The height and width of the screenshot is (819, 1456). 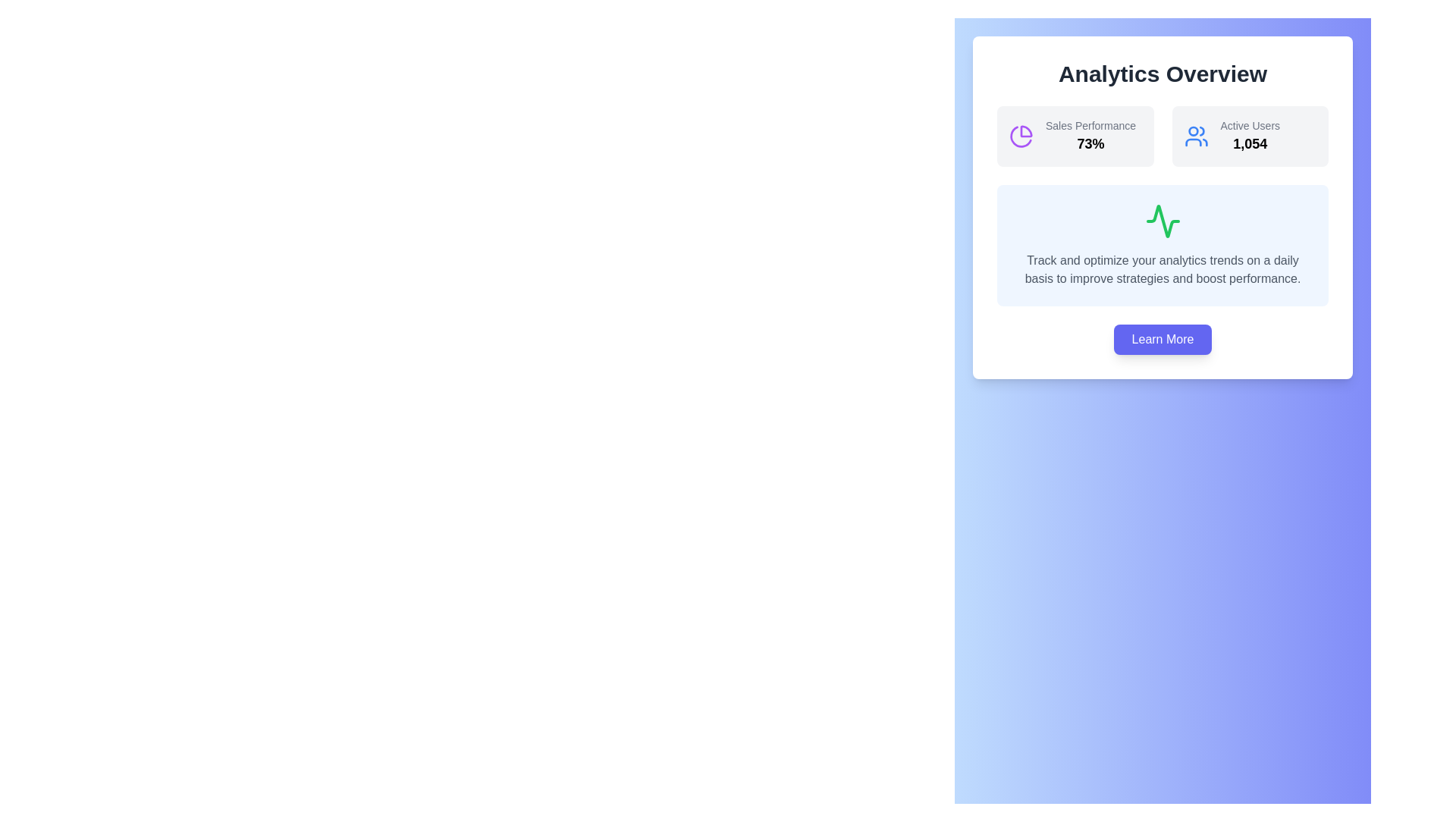 I want to click on the text label displaying '73%' which is located in the lower-right region of the card in the 'Analytics Overview' panel, adjacent to the 'Sales Performance' label, so click(x=1090, y=143).